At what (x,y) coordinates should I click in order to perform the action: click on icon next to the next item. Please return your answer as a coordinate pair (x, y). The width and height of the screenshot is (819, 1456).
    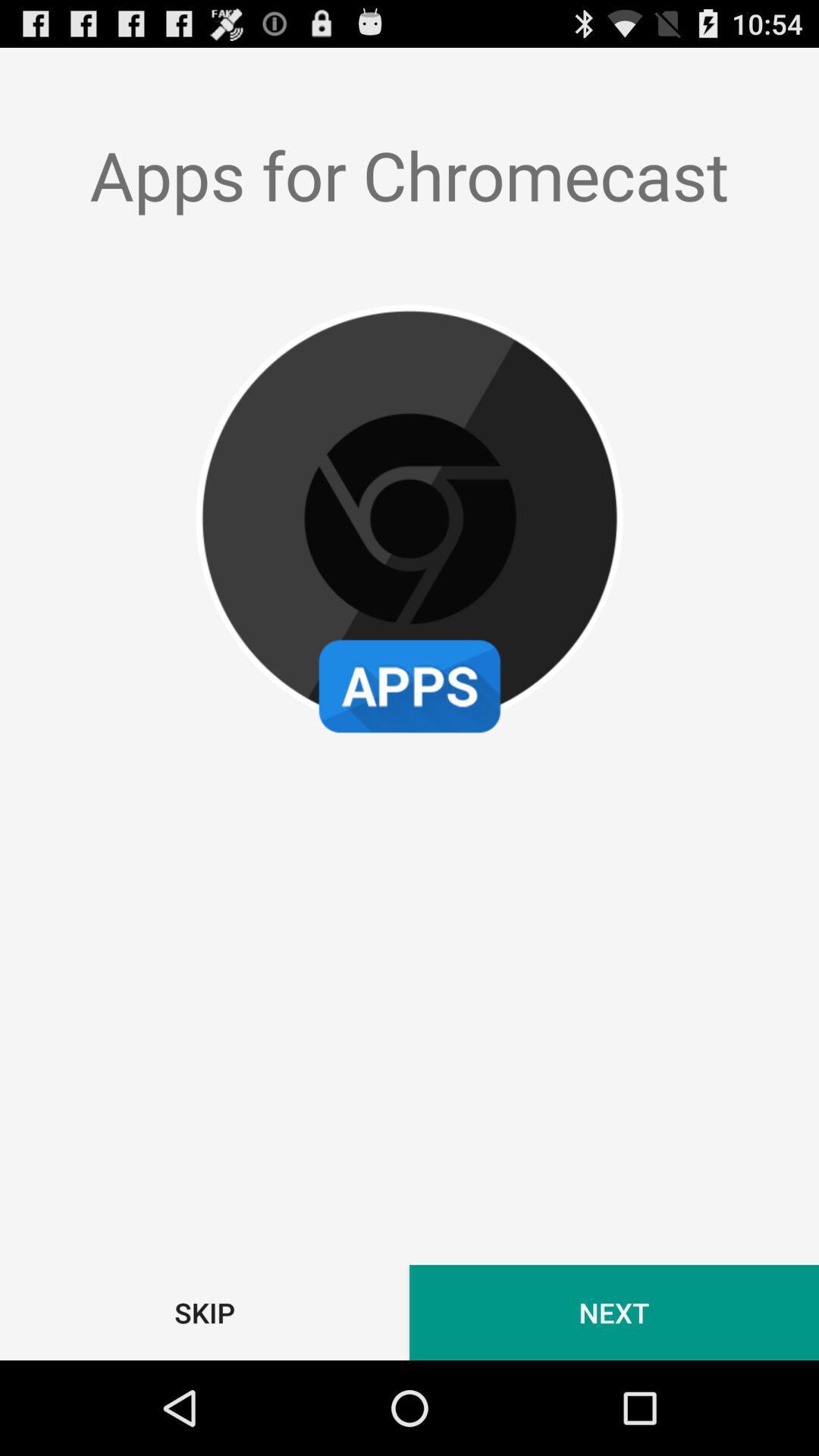
    Looking at the image, I should click on (205, 1312).